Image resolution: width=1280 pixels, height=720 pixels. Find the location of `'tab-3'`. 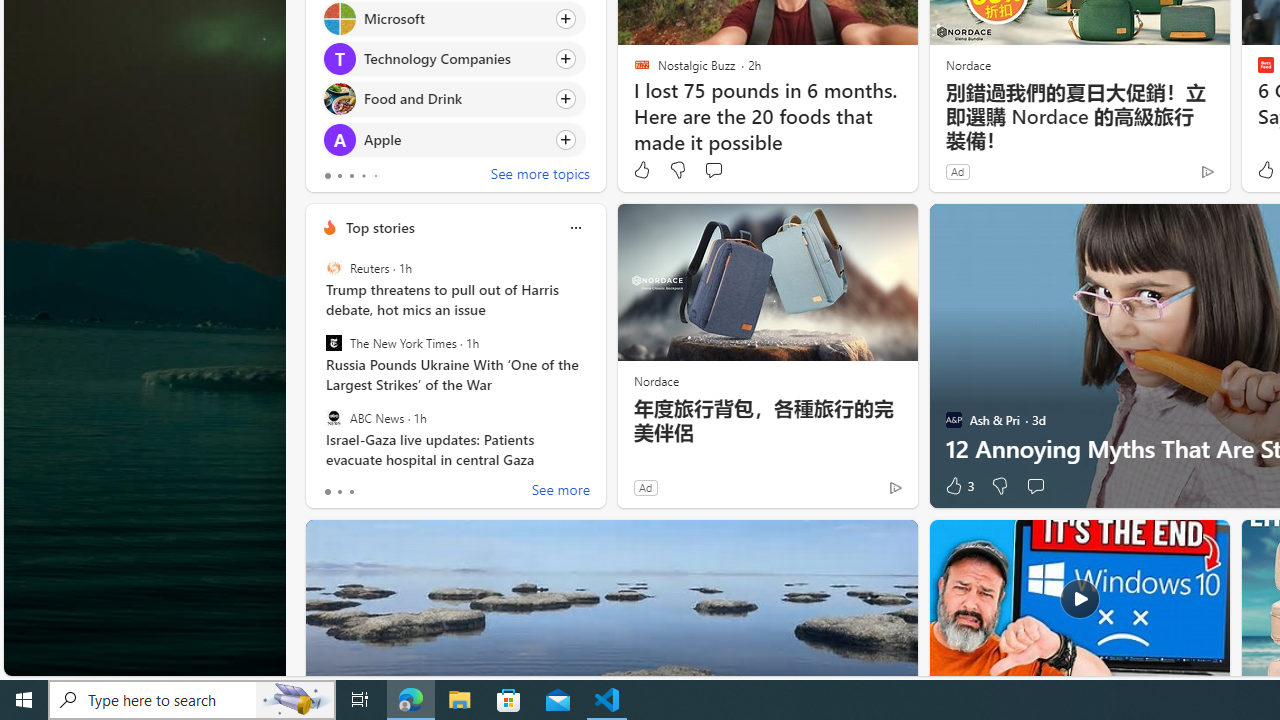

'tab-3' is located at coordinates (363, 175).